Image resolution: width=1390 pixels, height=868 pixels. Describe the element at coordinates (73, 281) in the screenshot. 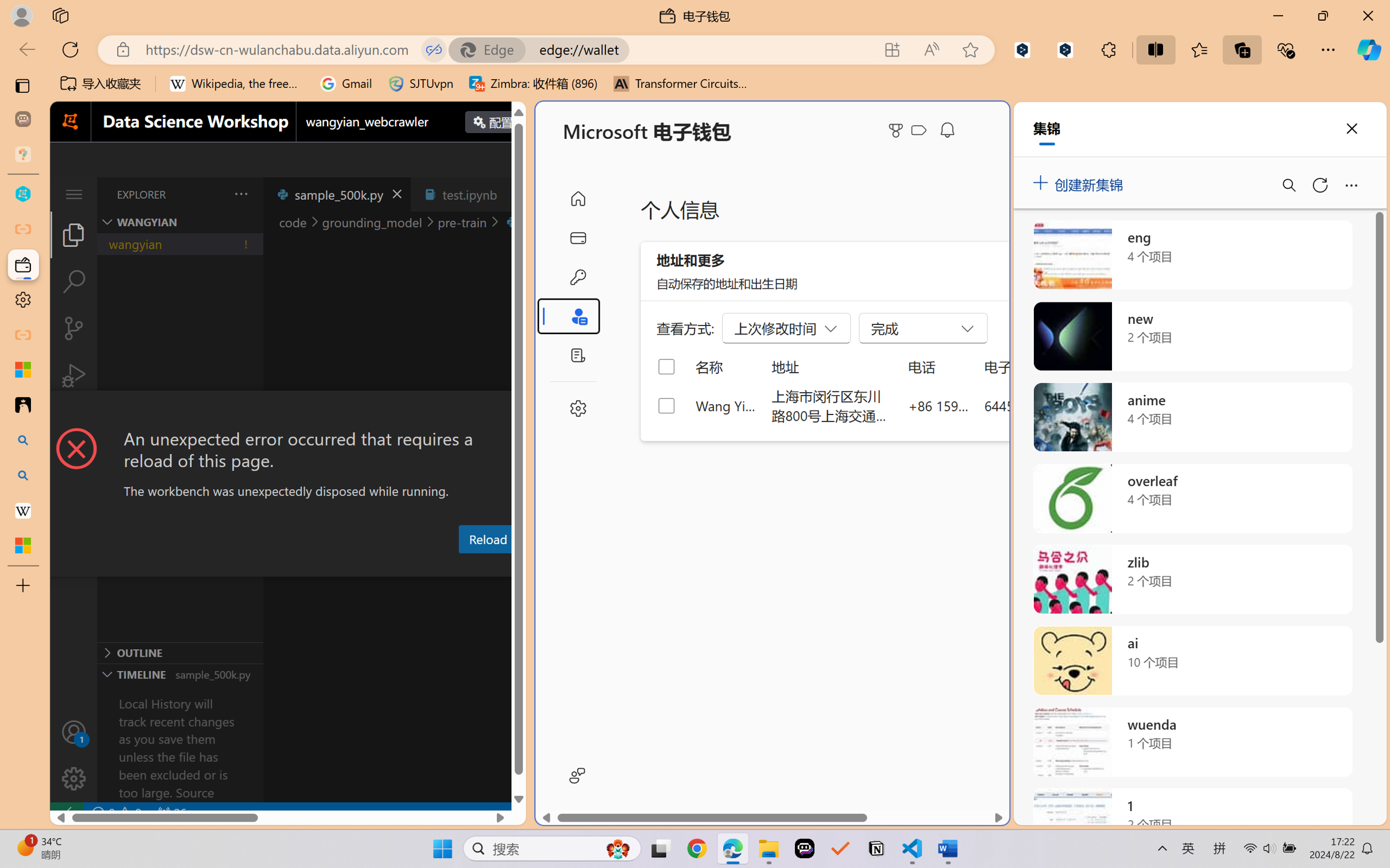

I see `'Search (Ctrl+Shift+F)'` at that location.